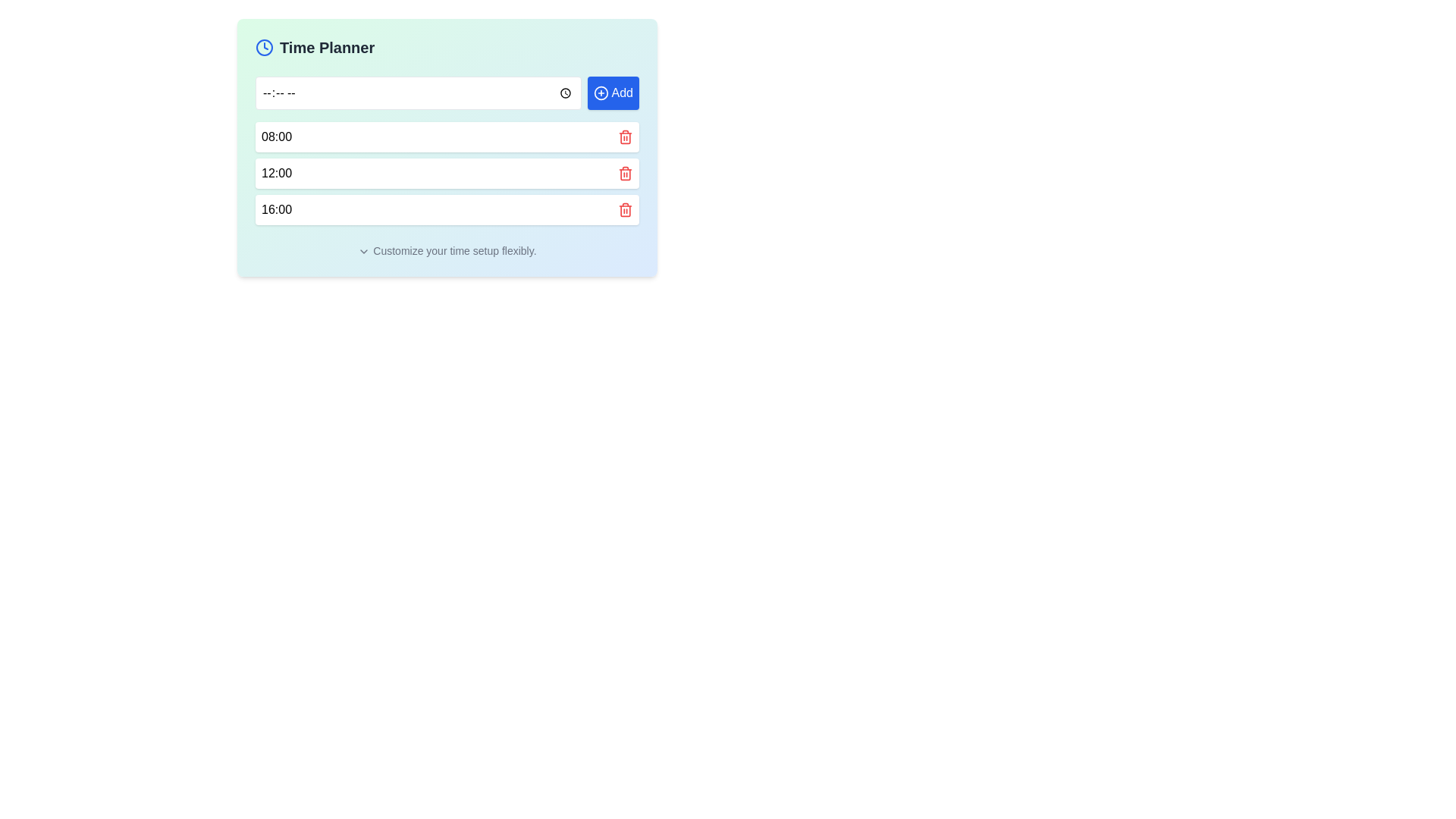 Image resolution: width=1456 pixels, height=819 pixels. I want to click on the first list item of scheduled time entries in the Time Planner, so click(447, 137).